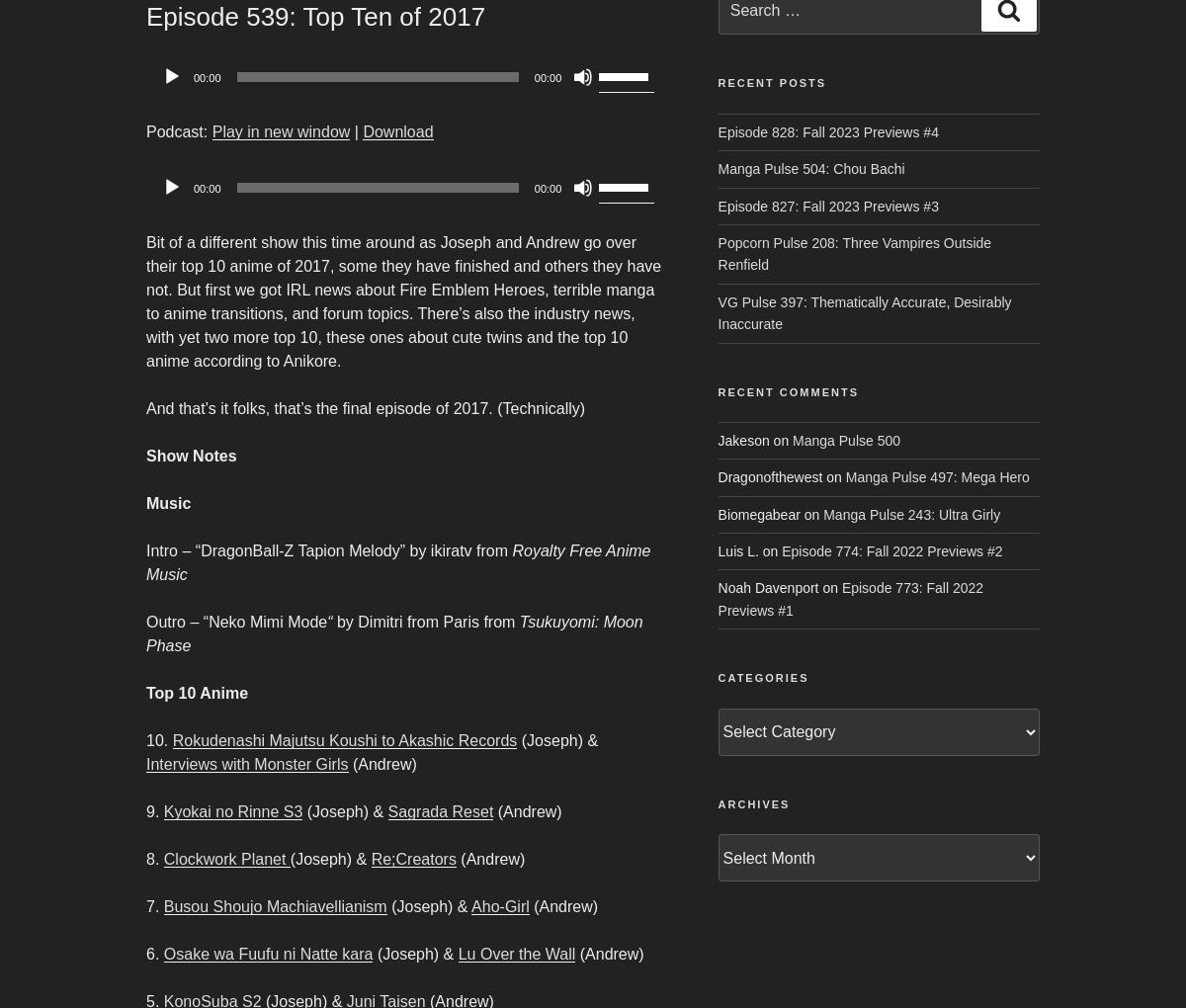 Image resolution: width=1186 pixels, height=1008 pixels. Describe the element at coordinates (737, 551) in the screenshot. I see `'Luis L.'` at that location.